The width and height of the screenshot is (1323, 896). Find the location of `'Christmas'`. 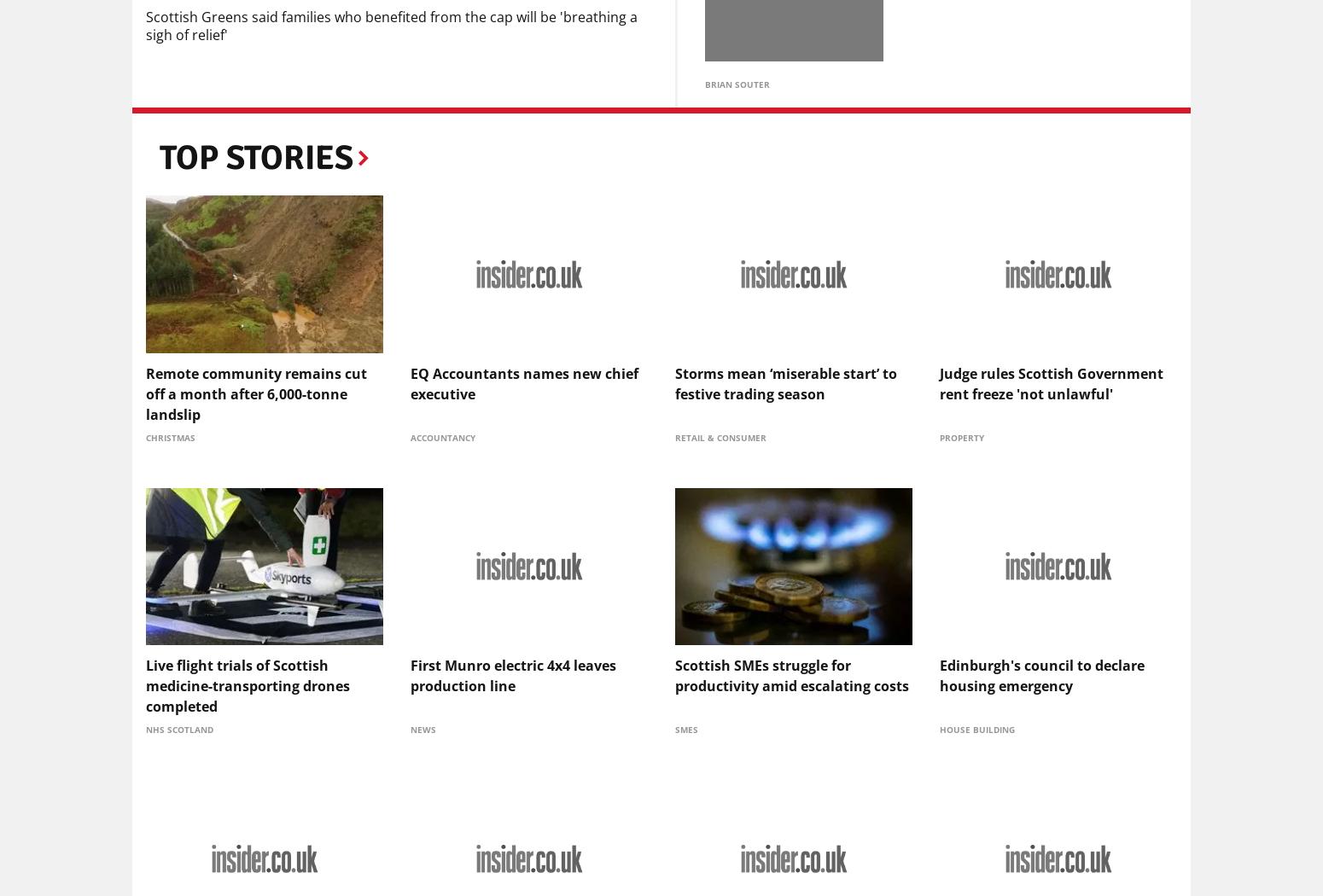

'Christmas' is located at coordinates (169, 435).